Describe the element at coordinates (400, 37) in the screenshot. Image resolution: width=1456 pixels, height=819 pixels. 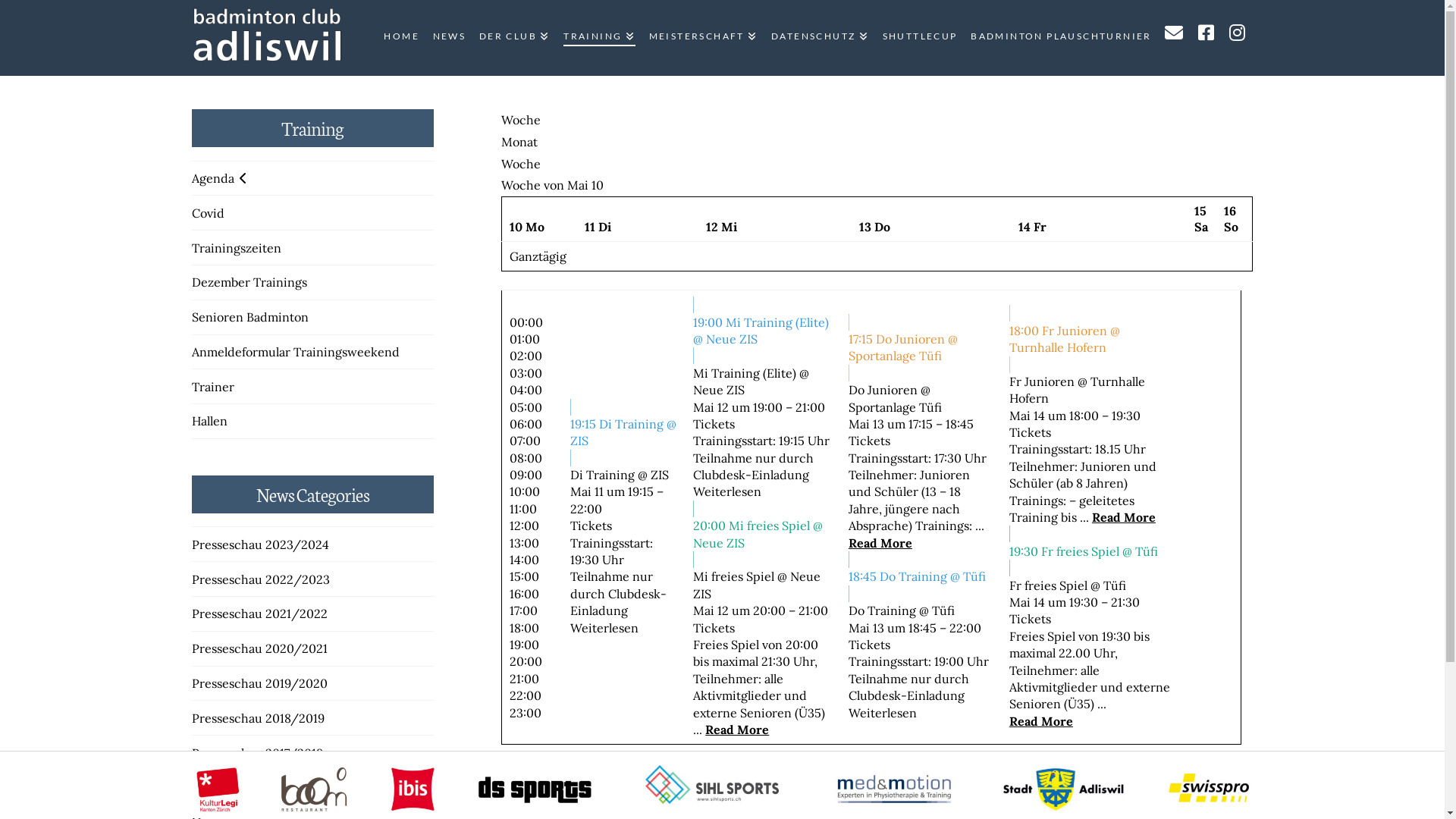
I see `'HOME'` at that location.